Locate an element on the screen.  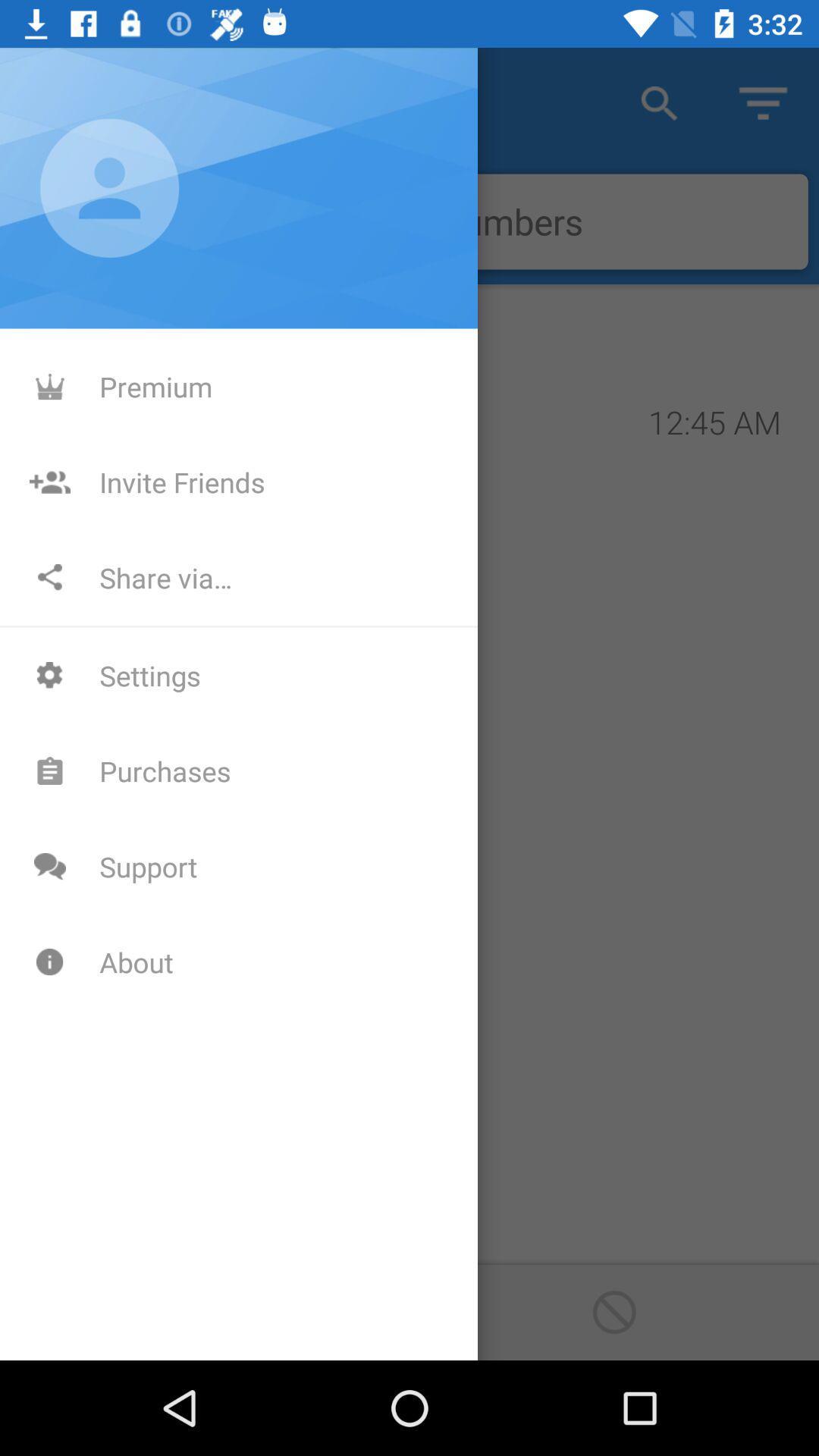
the profile icon which is above the premium is located at coordinates (108, 187).